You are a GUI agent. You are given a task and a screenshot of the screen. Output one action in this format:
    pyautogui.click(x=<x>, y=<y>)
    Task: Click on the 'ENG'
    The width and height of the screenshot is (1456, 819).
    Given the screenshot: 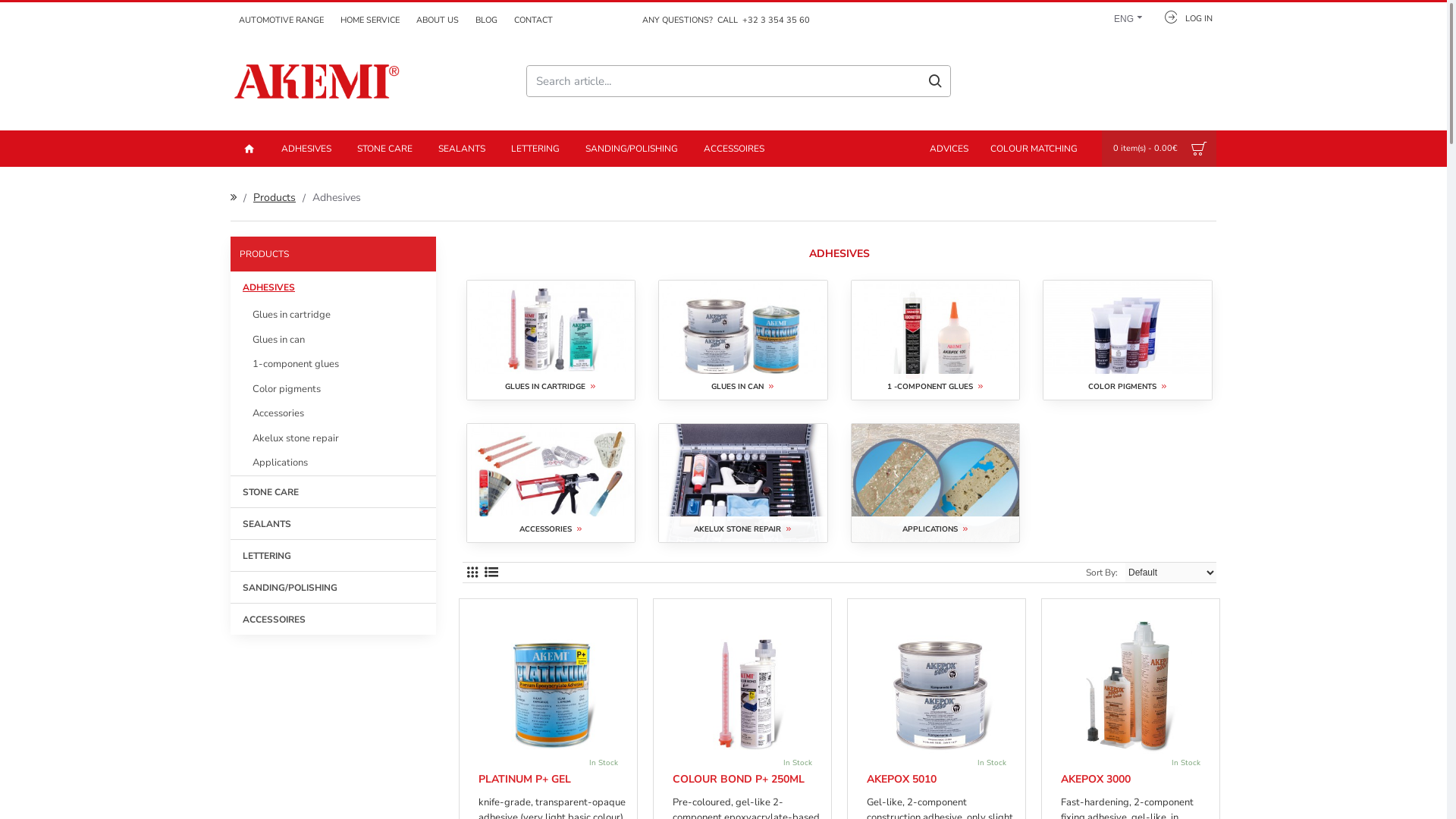 What is the action you would take?
    pyautogui.click(x=1124, y=16)
    